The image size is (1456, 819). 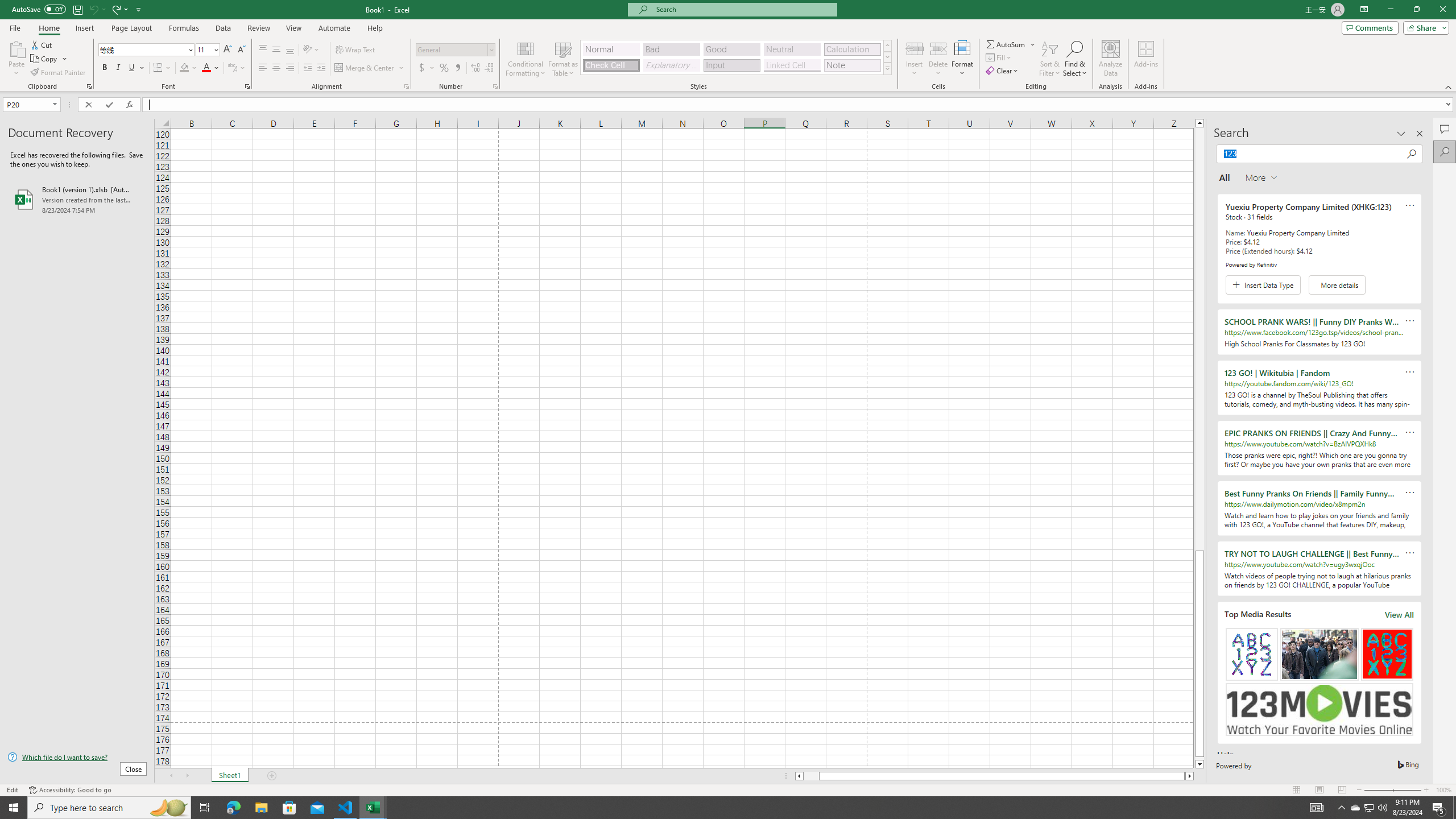 What do you see at coordinates (421, 67) in the screenshot?
I see `'Accounting Number Format'` at bounding box center [421, 67].